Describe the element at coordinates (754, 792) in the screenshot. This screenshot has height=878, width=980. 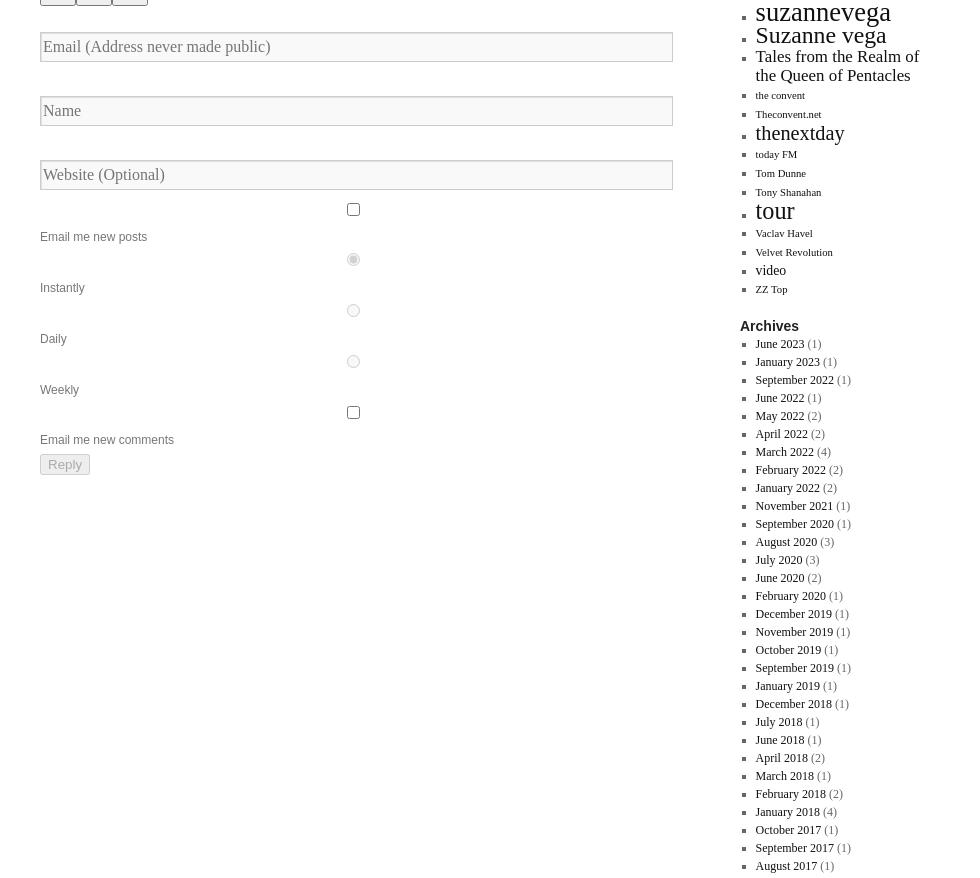
I see `'February 2018'` at that location.